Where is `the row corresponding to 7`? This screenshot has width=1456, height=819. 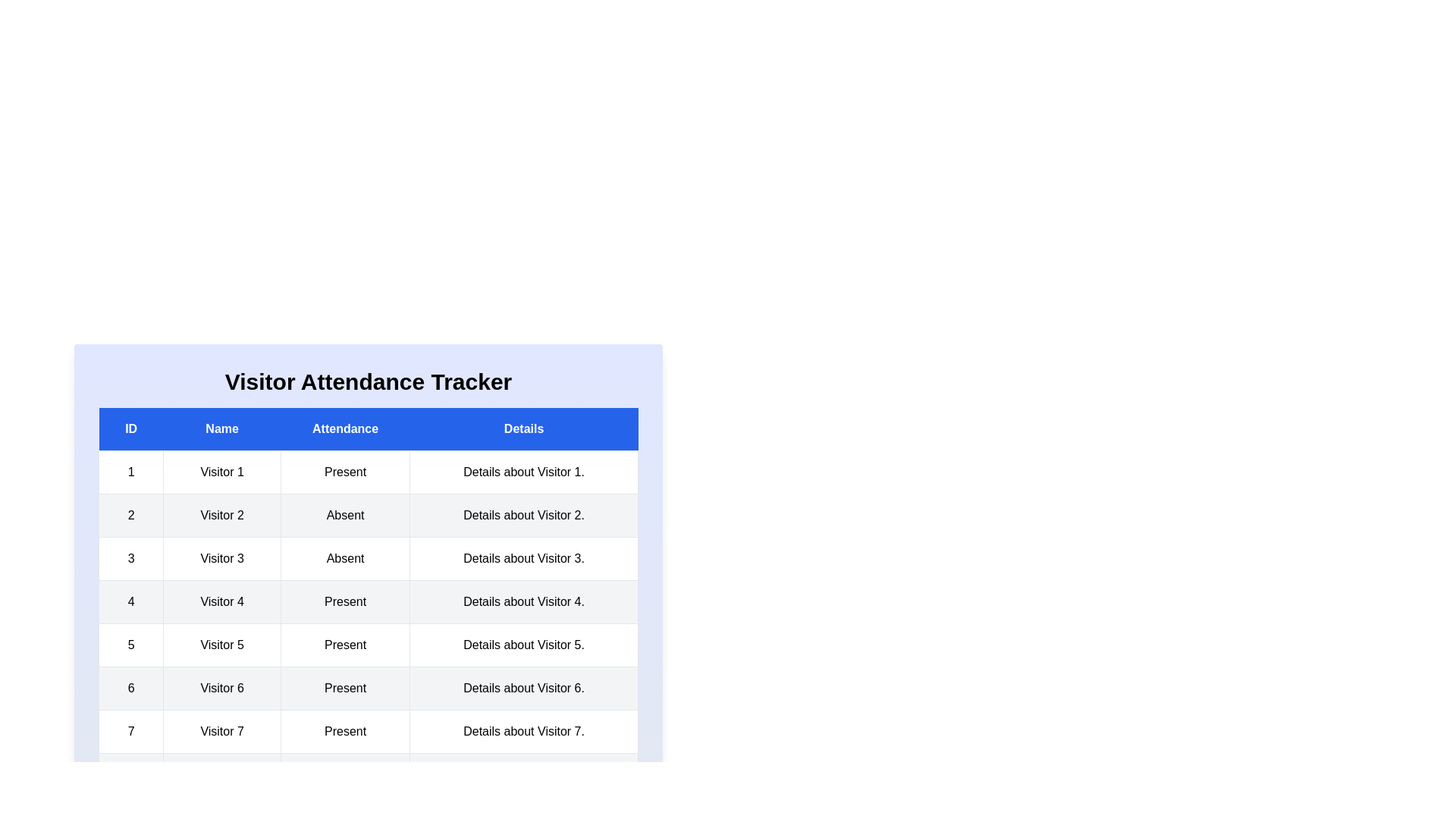 the row corresponding to 7 is located at coordinates (368, 730).